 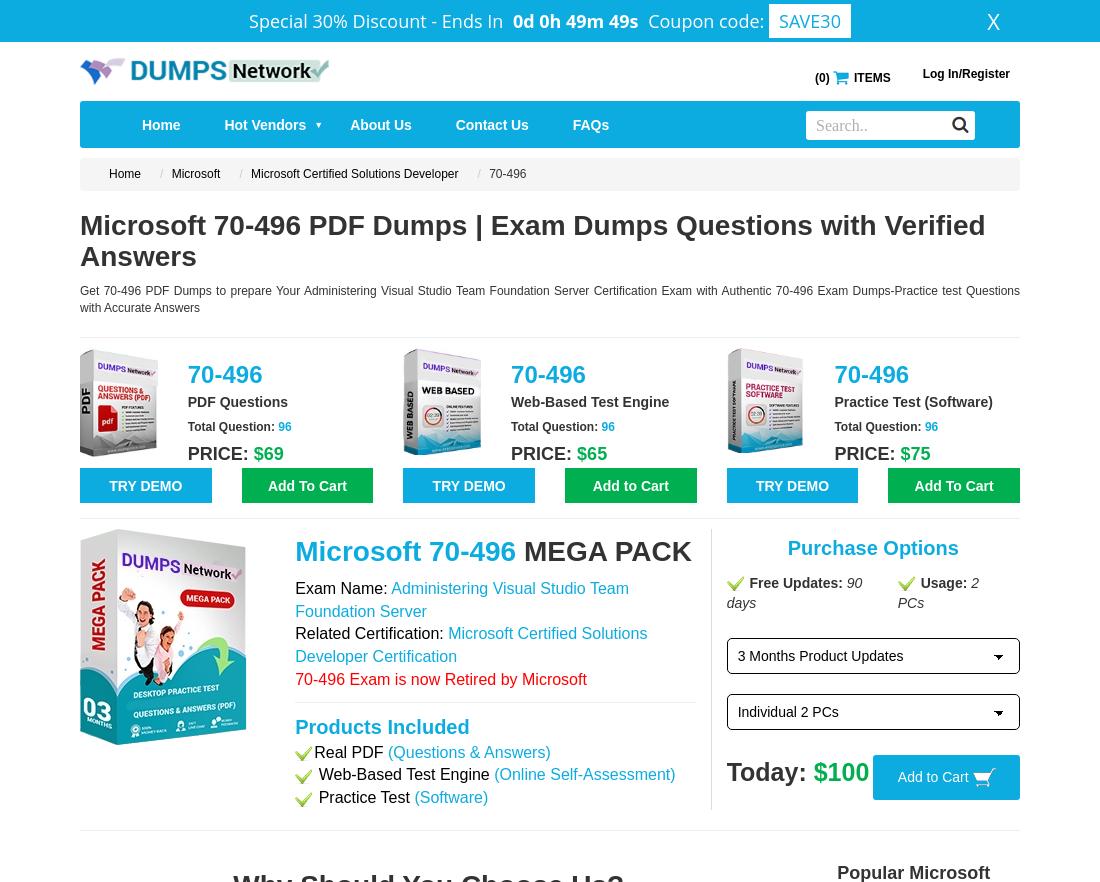 What do you see at coordinates (363, 796) in the screenshot?
I see `'Practice Test'` at bounding box center [363, 796].